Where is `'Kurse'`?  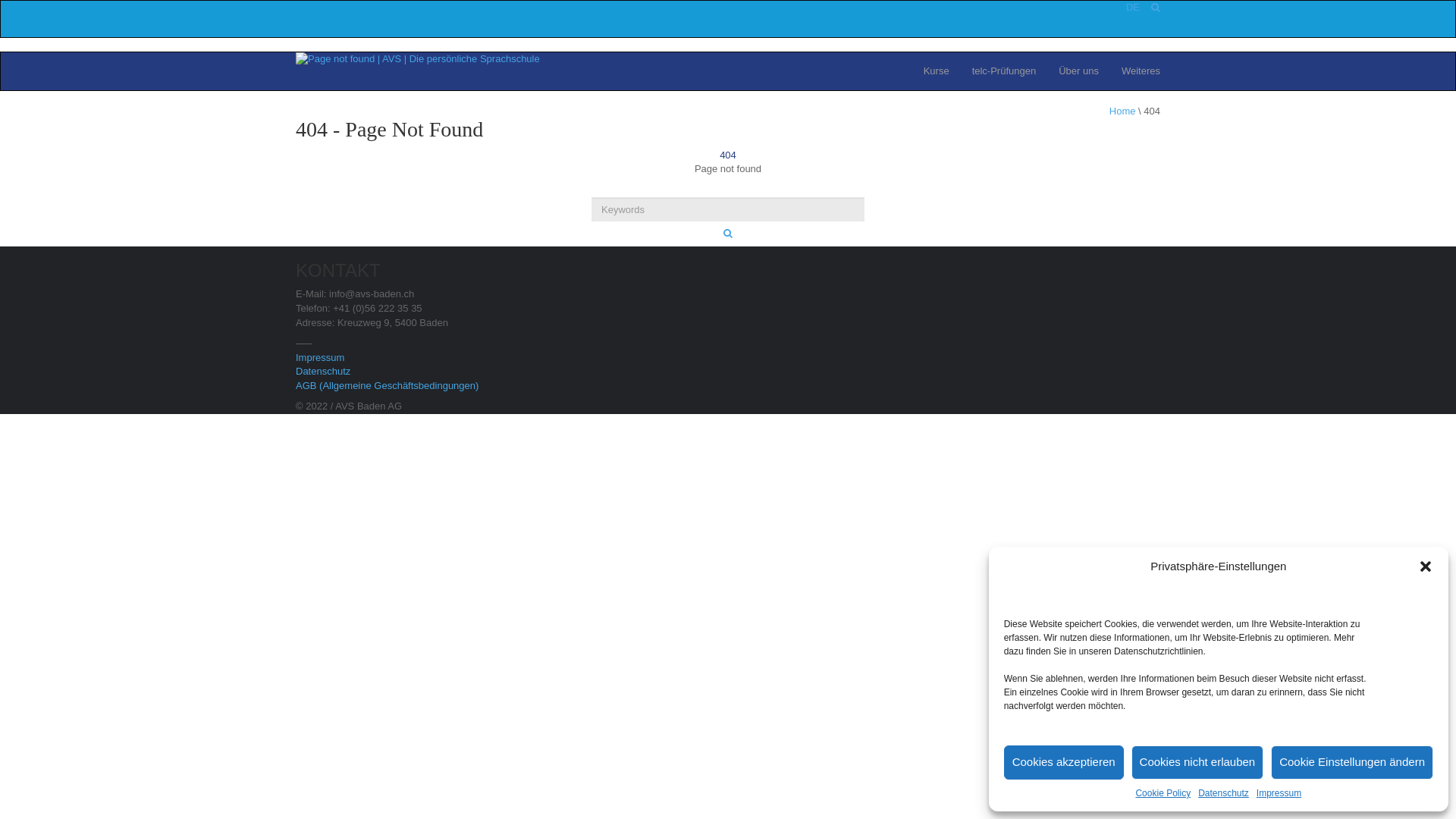 'Kurse' is located at coordinates (935, 71).